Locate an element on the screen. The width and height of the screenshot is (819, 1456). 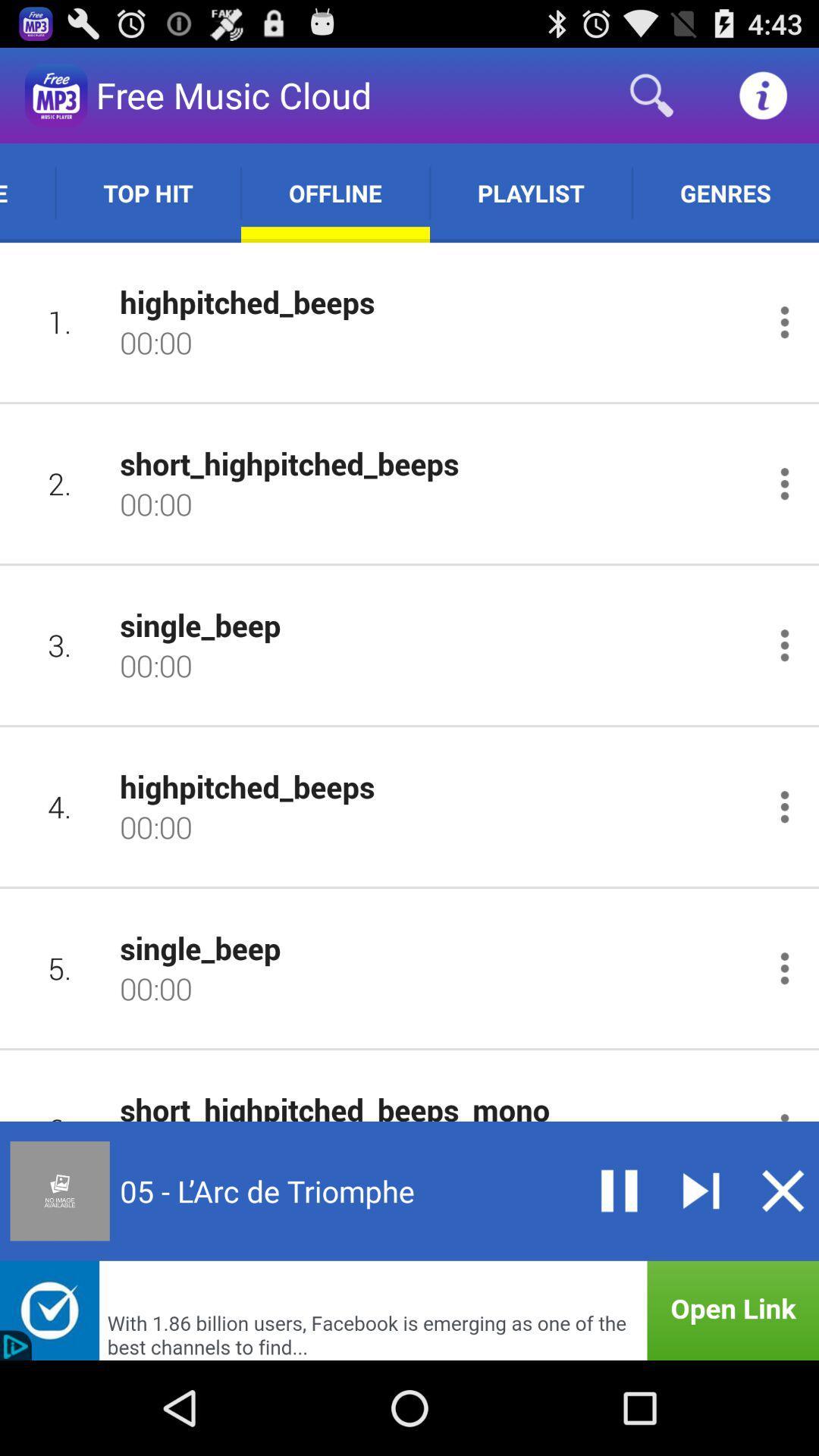
icon next to the short_highpitched_beeps_mono item is located at coordinates (59, 1100).